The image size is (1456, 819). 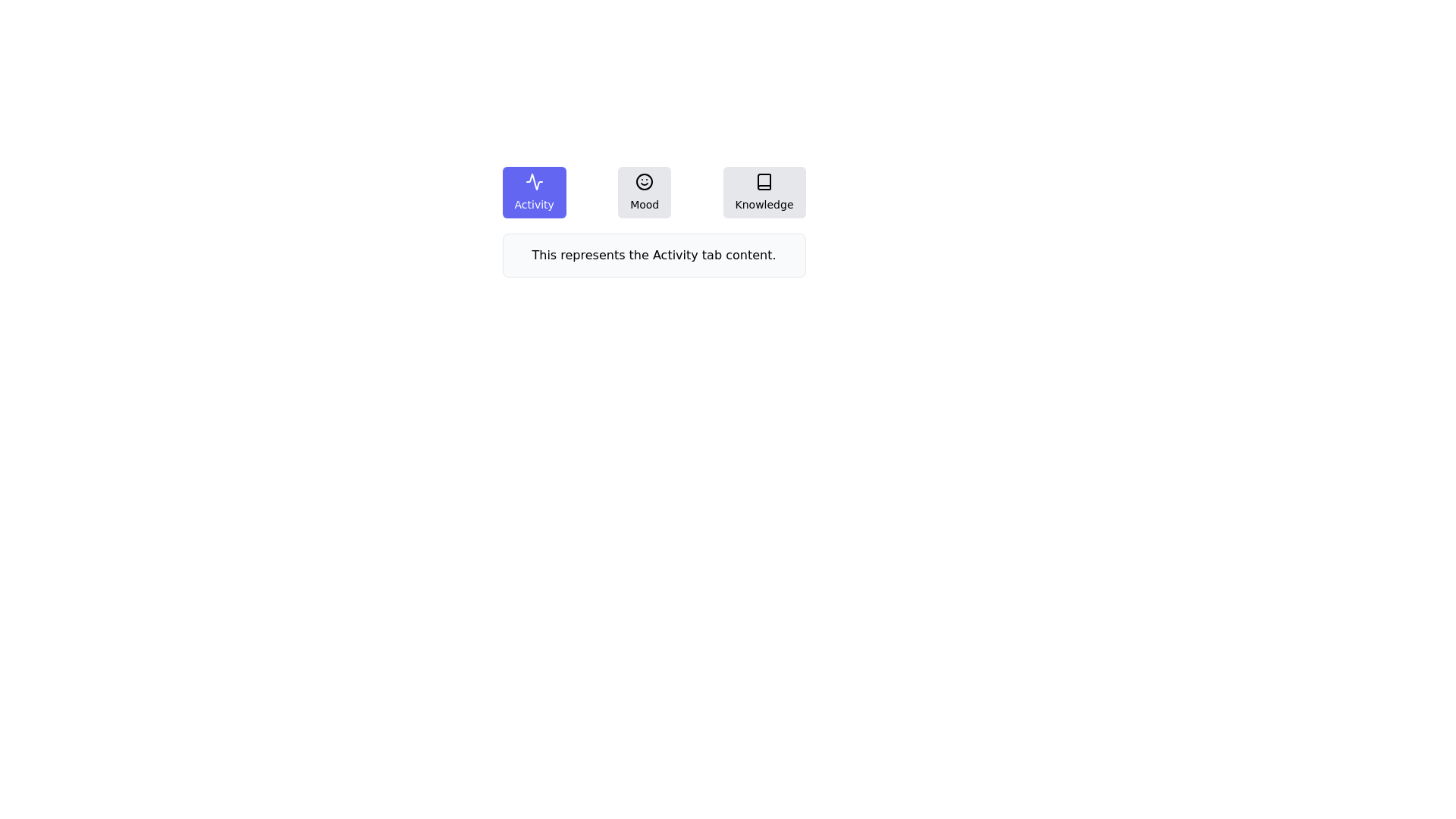 I want to click on the 'Knowledge' icon located centrally above the label 'Knowledge', so click(x=764, y=180).